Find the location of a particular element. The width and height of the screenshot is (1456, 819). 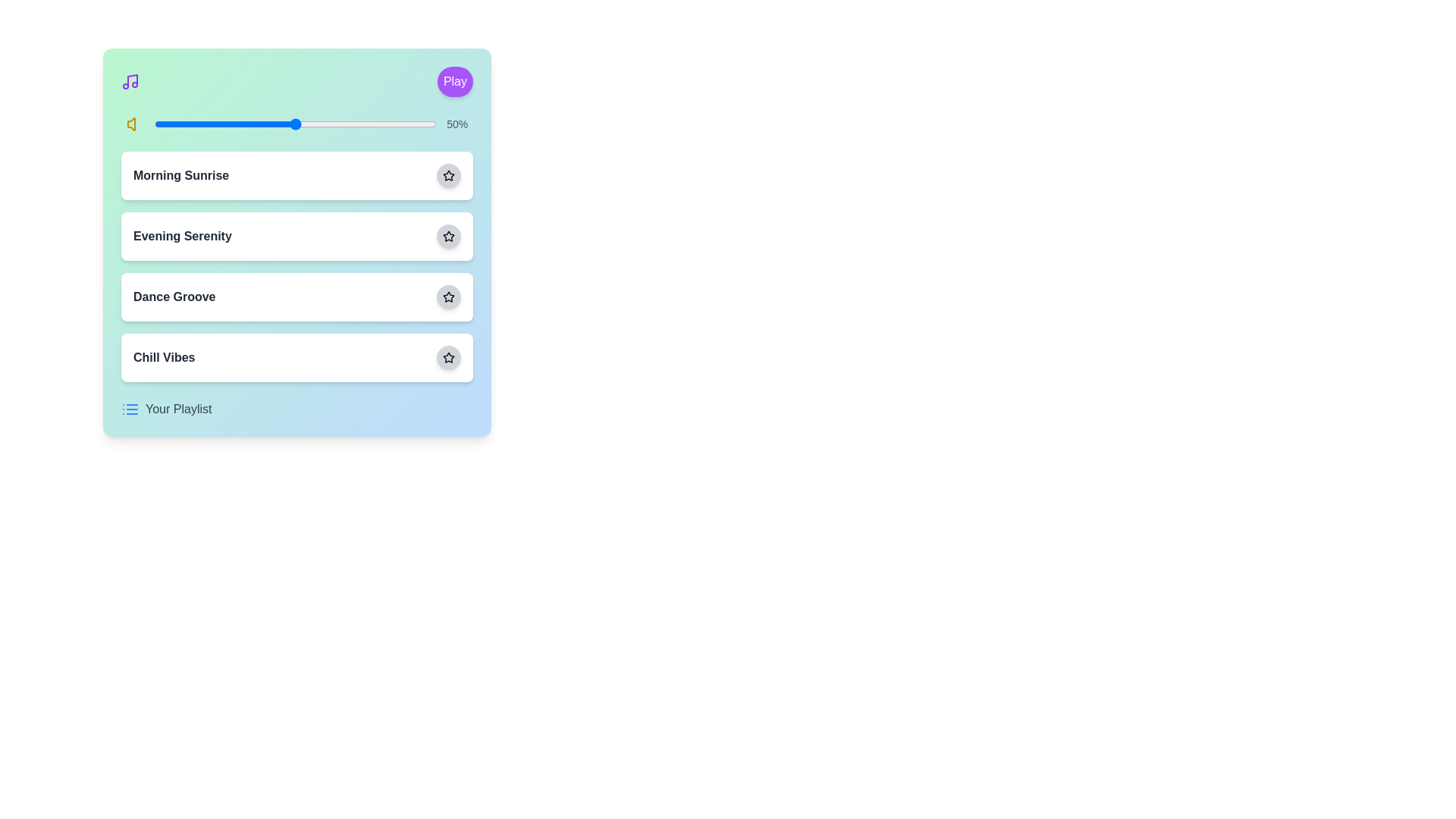

the music-related icon located at the far left of the application, adjacent to the speaker icon and above the progress bar is located at coordinates (130, 82).